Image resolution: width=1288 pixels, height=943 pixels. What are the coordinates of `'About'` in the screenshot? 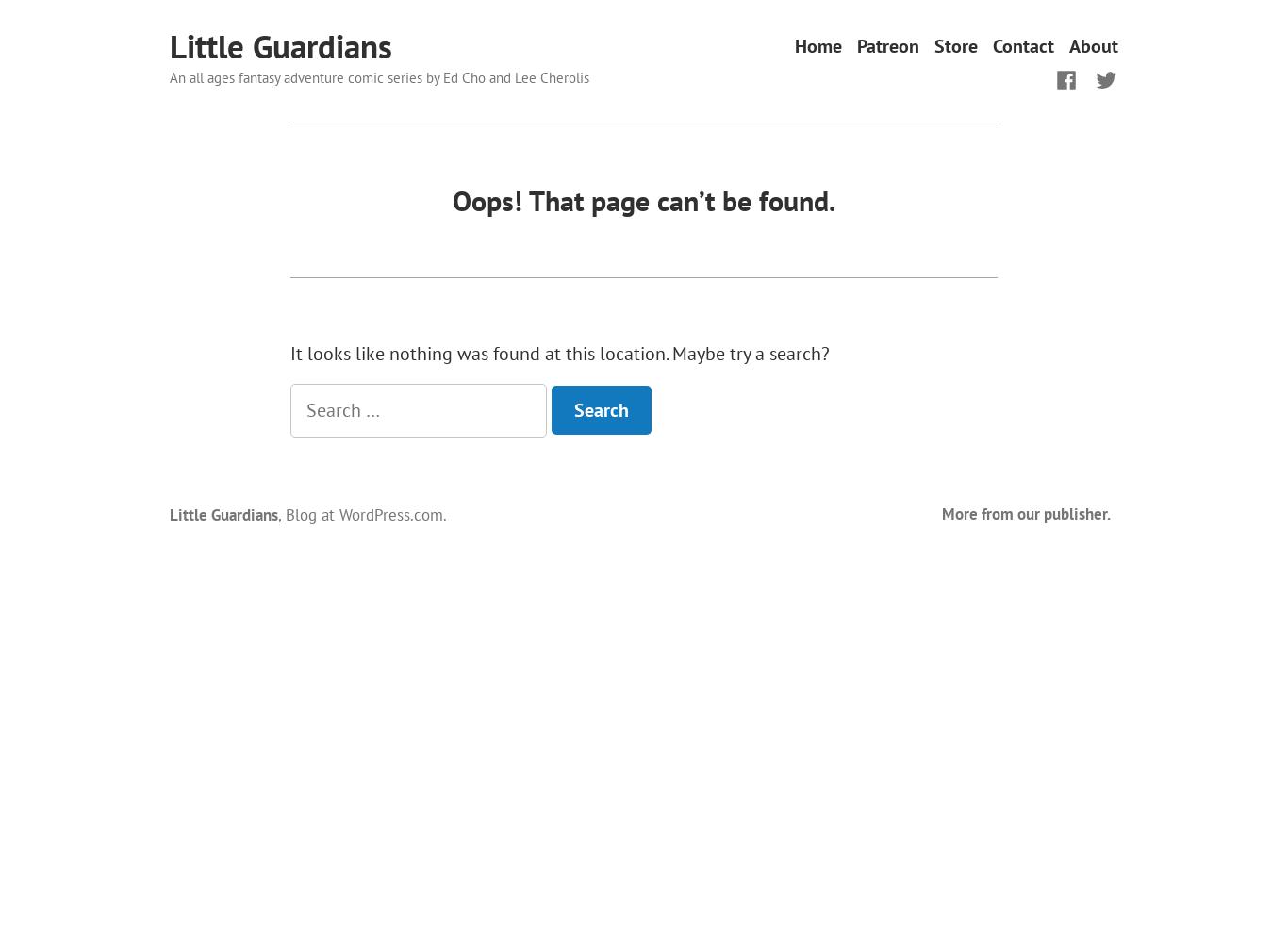 It's located at (1094, 46).